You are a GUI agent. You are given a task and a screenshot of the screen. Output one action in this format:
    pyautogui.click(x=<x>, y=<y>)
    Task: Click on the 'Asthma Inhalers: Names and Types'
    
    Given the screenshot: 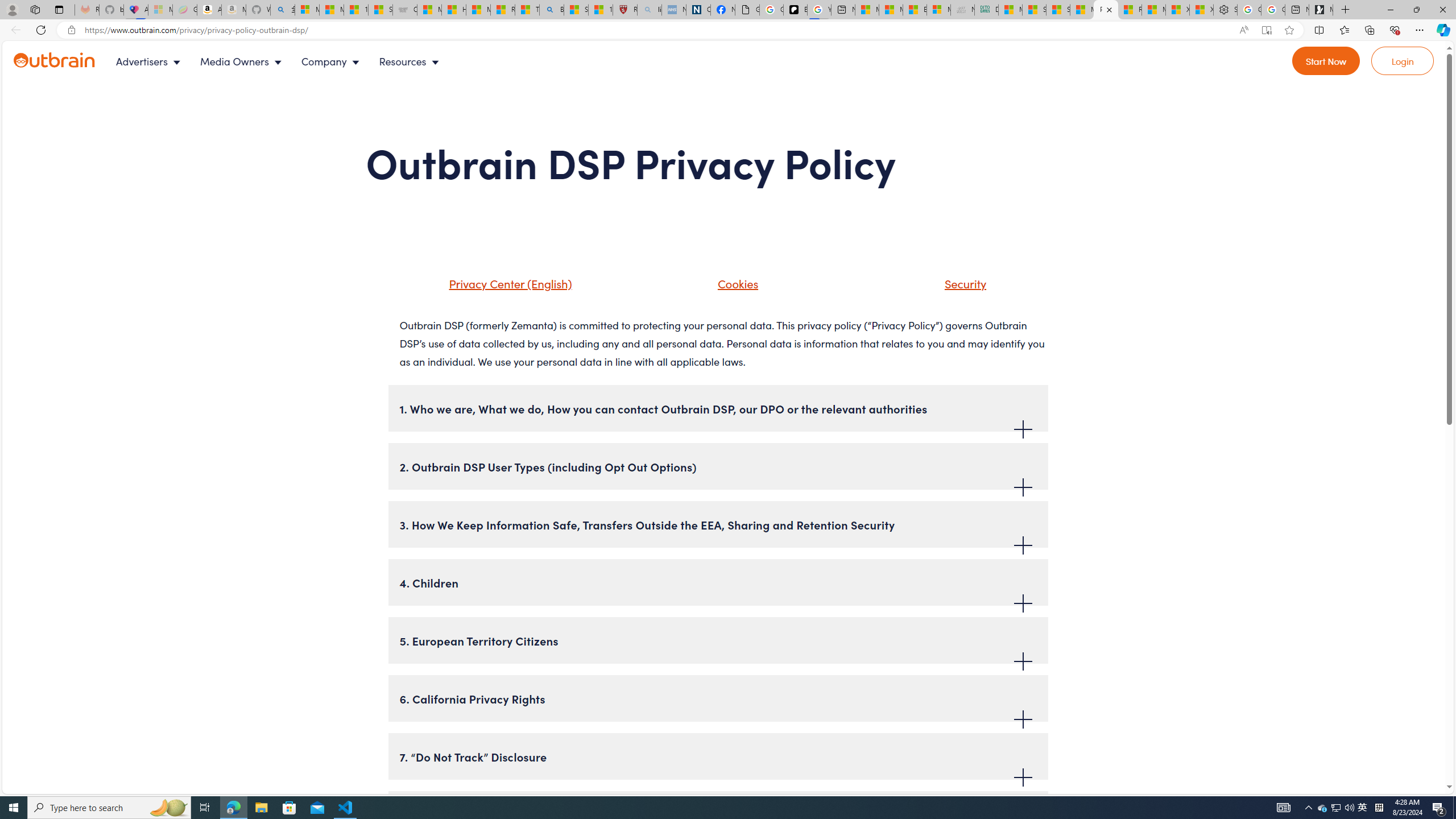 What is the action you would take?
    pyautogui.click(x=136, y=9)
    